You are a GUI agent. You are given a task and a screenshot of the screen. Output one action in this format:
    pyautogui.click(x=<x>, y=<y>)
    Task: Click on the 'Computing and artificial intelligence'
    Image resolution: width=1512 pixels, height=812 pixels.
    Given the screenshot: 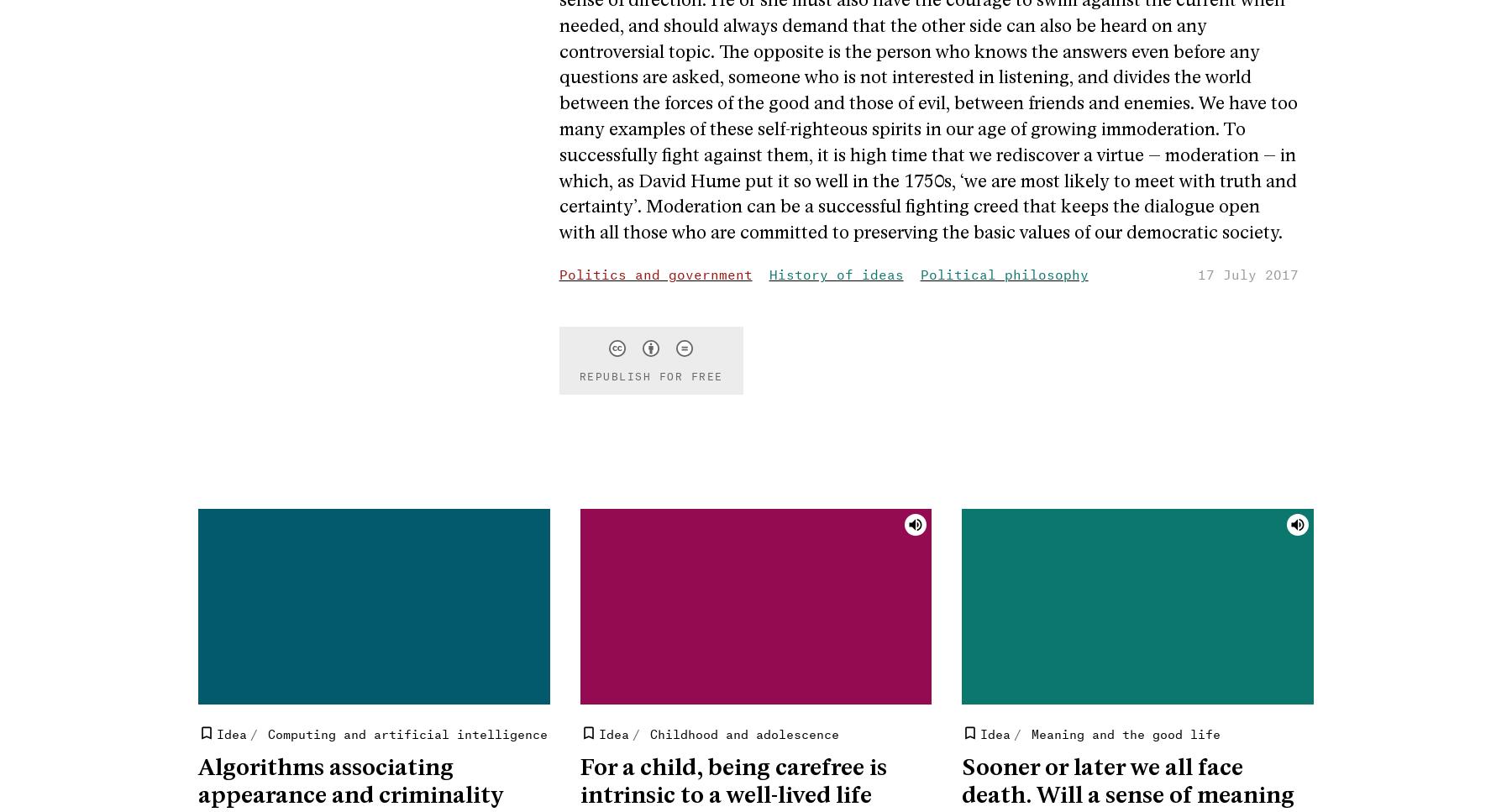 What is the action you would take?
    pyautogui.click(x=407, y=731)
    